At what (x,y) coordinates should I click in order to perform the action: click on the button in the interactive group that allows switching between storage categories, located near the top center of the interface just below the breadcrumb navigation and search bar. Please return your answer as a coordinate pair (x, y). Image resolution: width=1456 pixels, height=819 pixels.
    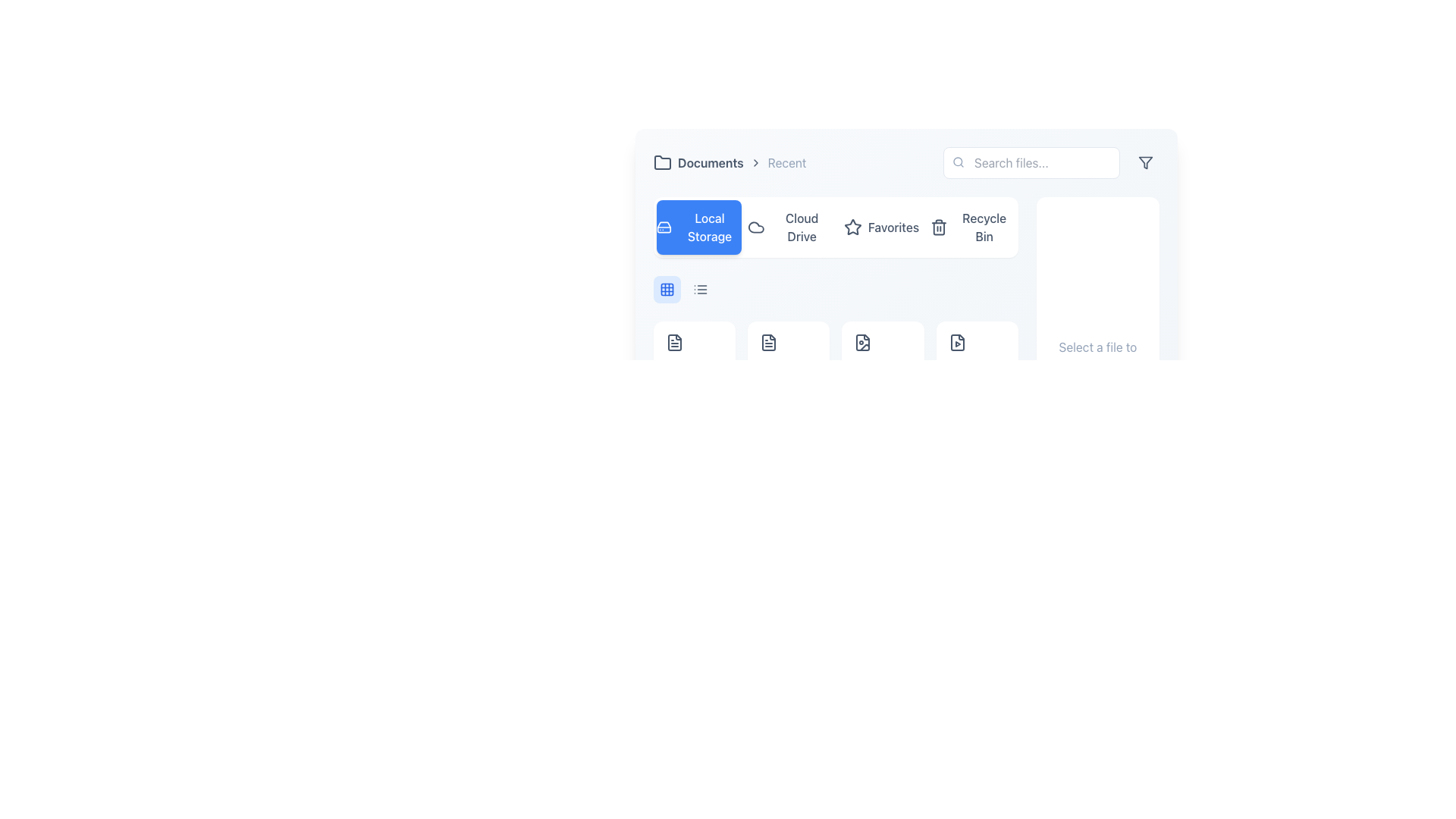
    Looking at the image, I should click on (835, 227).